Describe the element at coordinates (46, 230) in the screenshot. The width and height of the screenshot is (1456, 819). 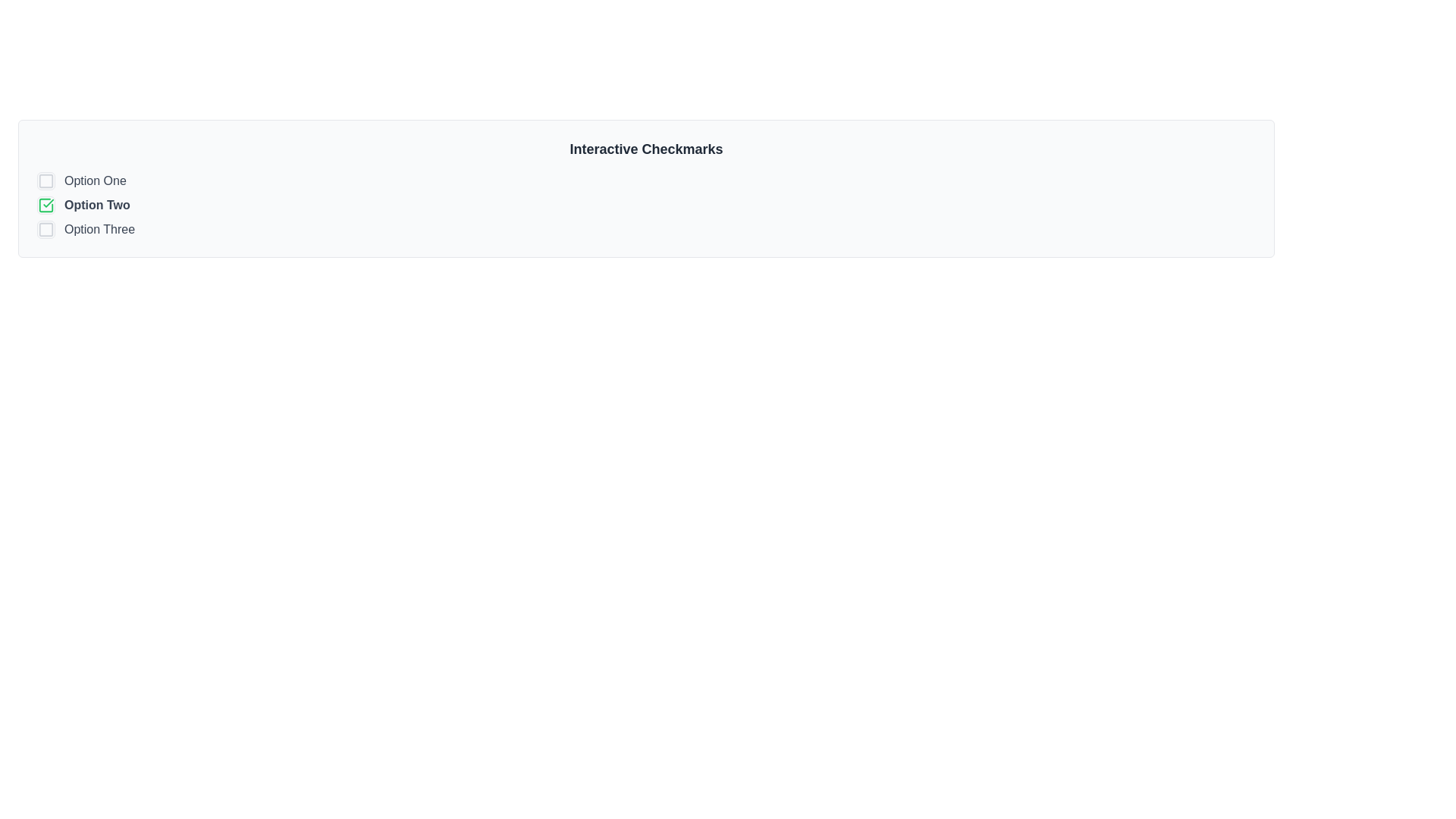
I see `the decorative visual element within the checkbox component that enhances the selection mechanism for the 'Option Three' text` at that location.